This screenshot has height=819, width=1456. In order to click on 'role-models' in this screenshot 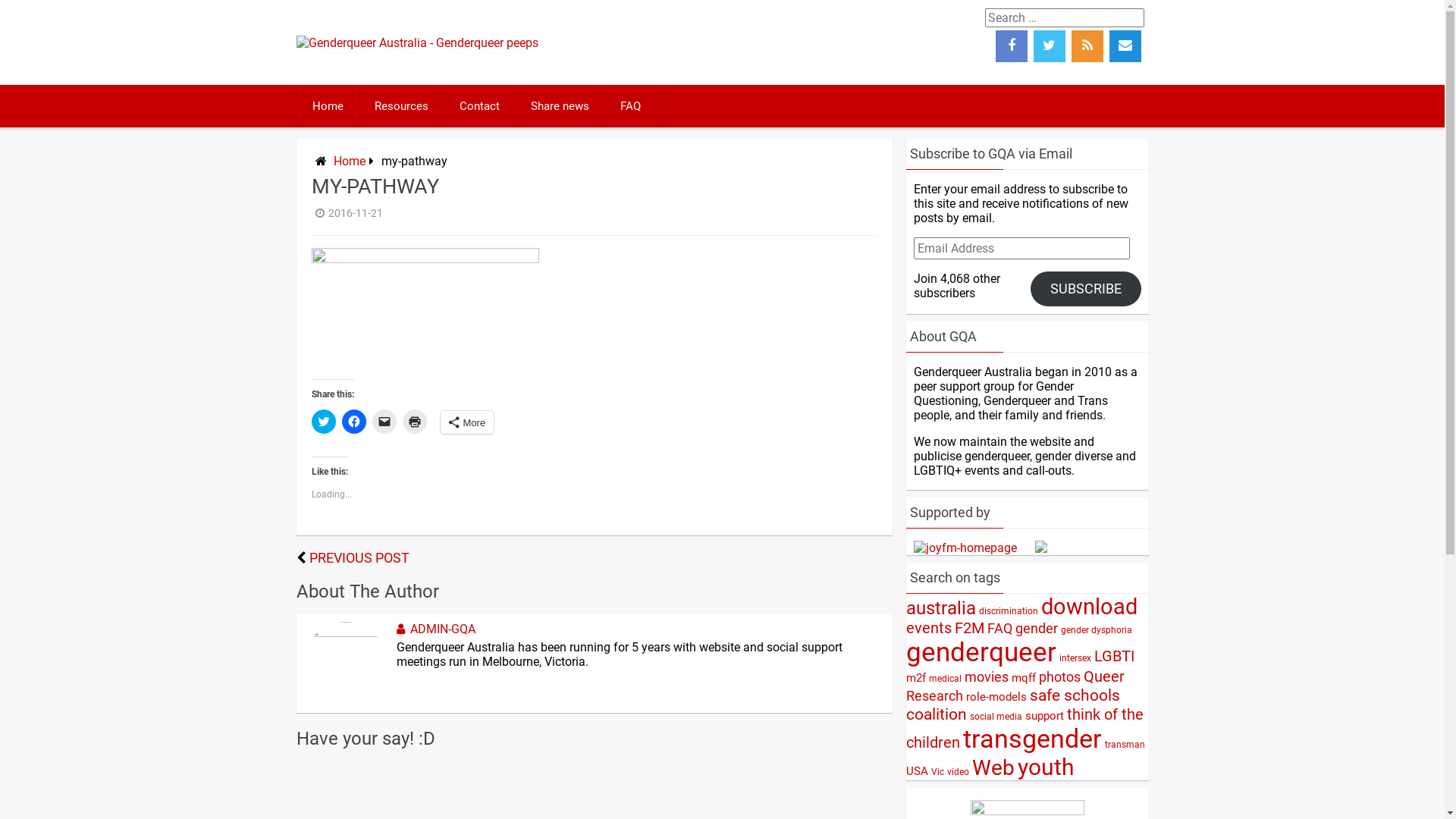, I will do `click(996, 696)`.